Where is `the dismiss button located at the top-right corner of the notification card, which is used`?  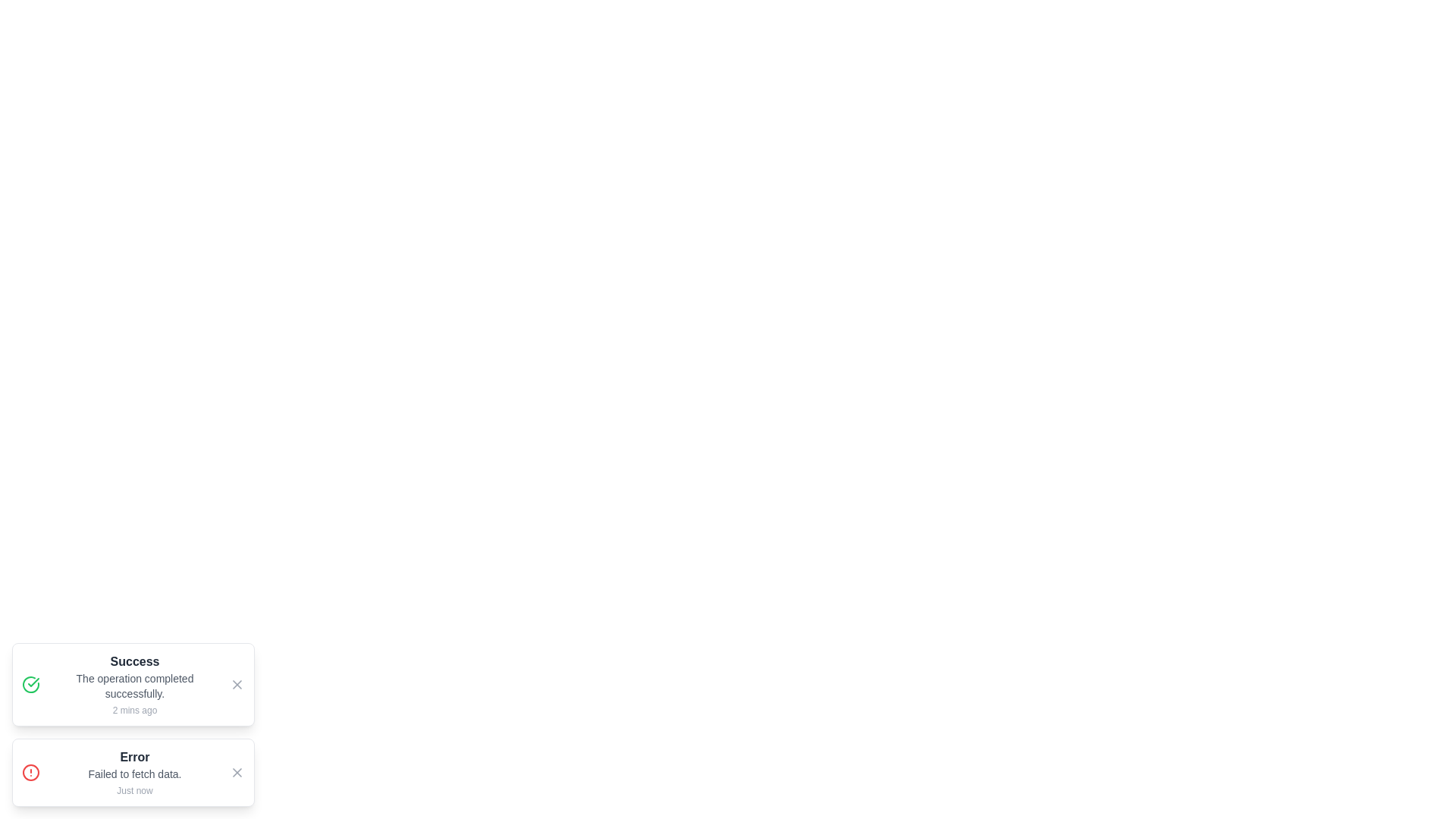
the dismiss button located at the top-right corner of the notification card, which is used is located at coordinates (236, 772).